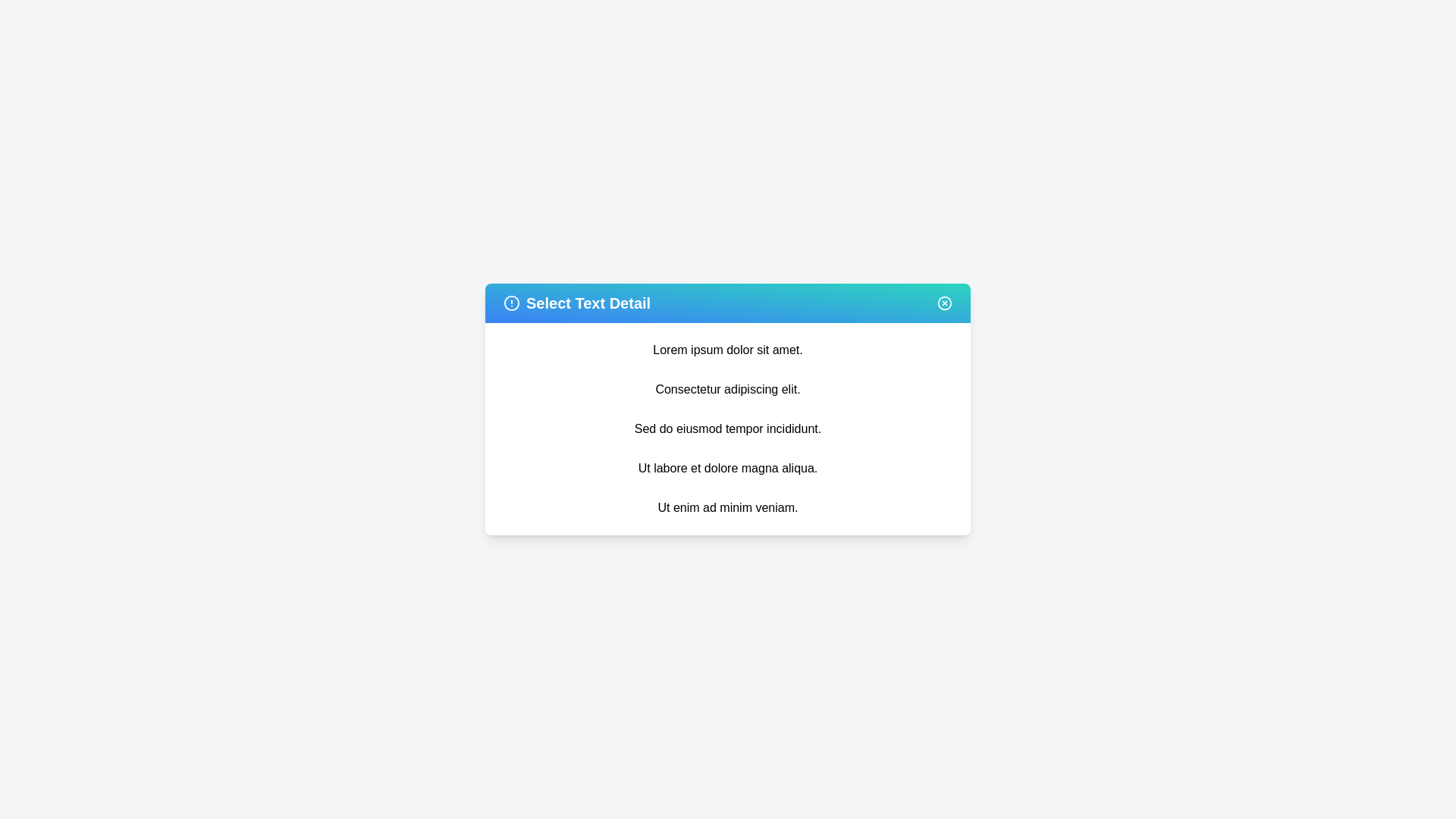 This screenshot has width=1456, height=819. I want to click on the text item 'Sed do eiusmod tempor incididunt.' from the list, so click(728, 429).